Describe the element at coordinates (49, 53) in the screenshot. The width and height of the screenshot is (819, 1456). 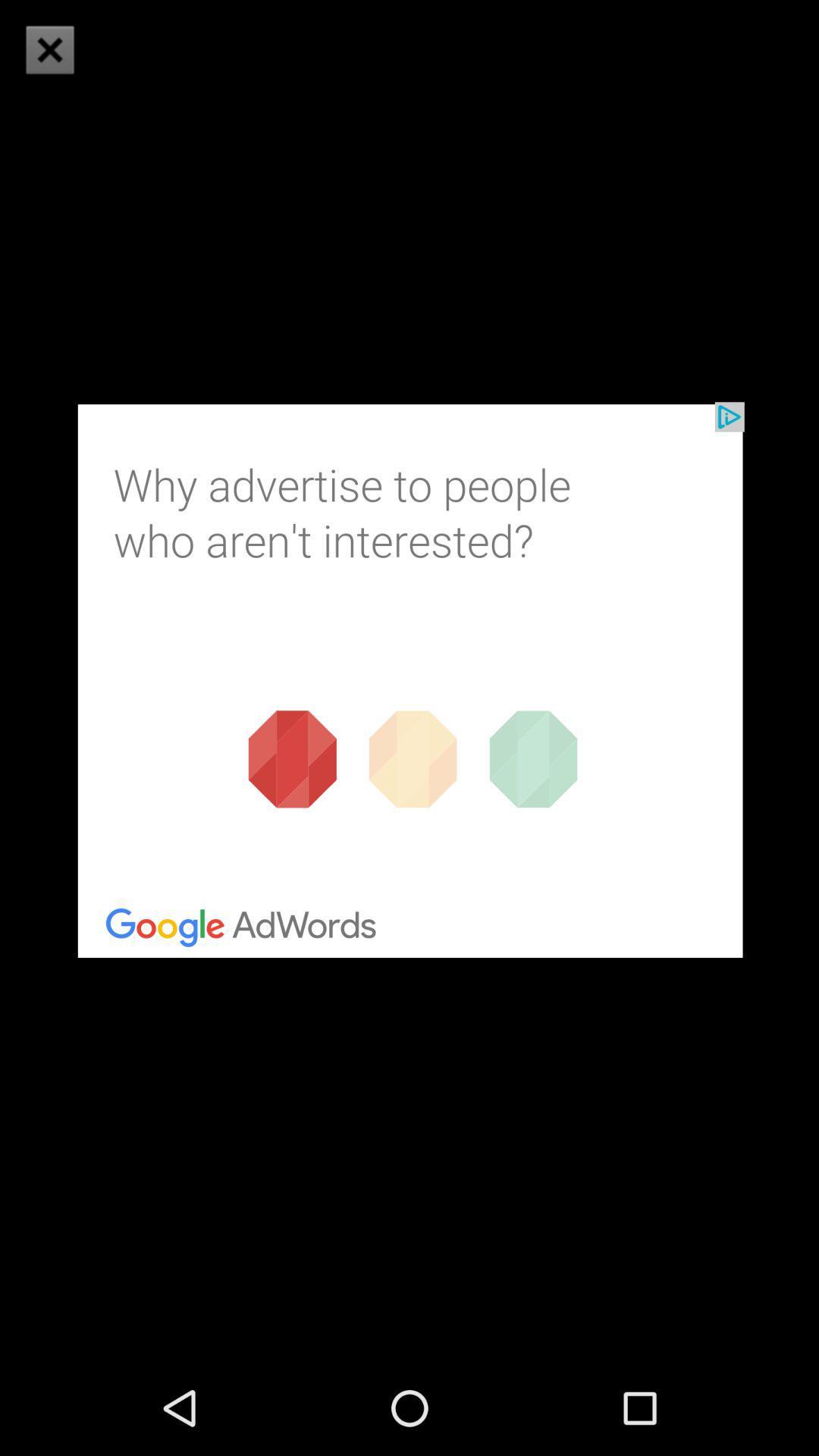
I see `the close icon` at that location.